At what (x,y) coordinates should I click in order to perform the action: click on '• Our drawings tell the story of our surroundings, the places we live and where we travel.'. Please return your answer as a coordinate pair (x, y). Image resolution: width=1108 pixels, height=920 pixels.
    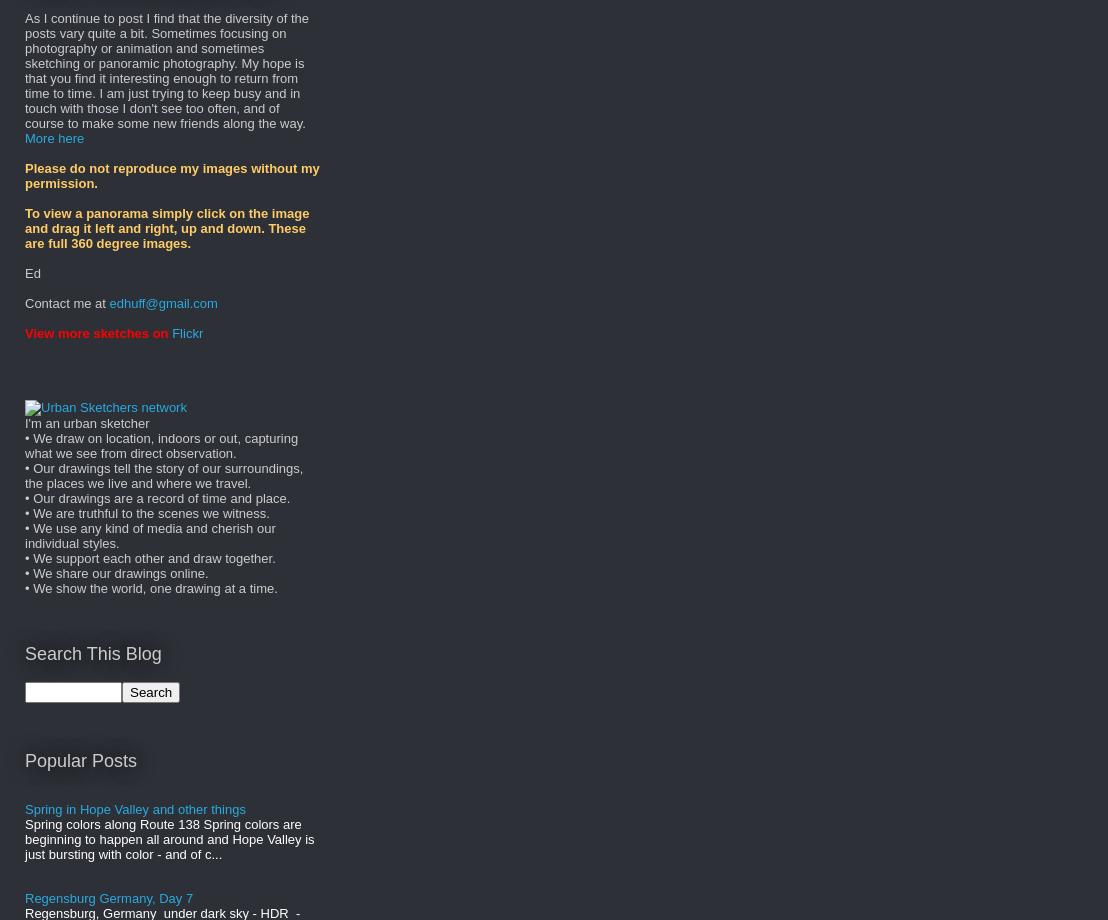
    Looking at the image, I should click on (25, 476).